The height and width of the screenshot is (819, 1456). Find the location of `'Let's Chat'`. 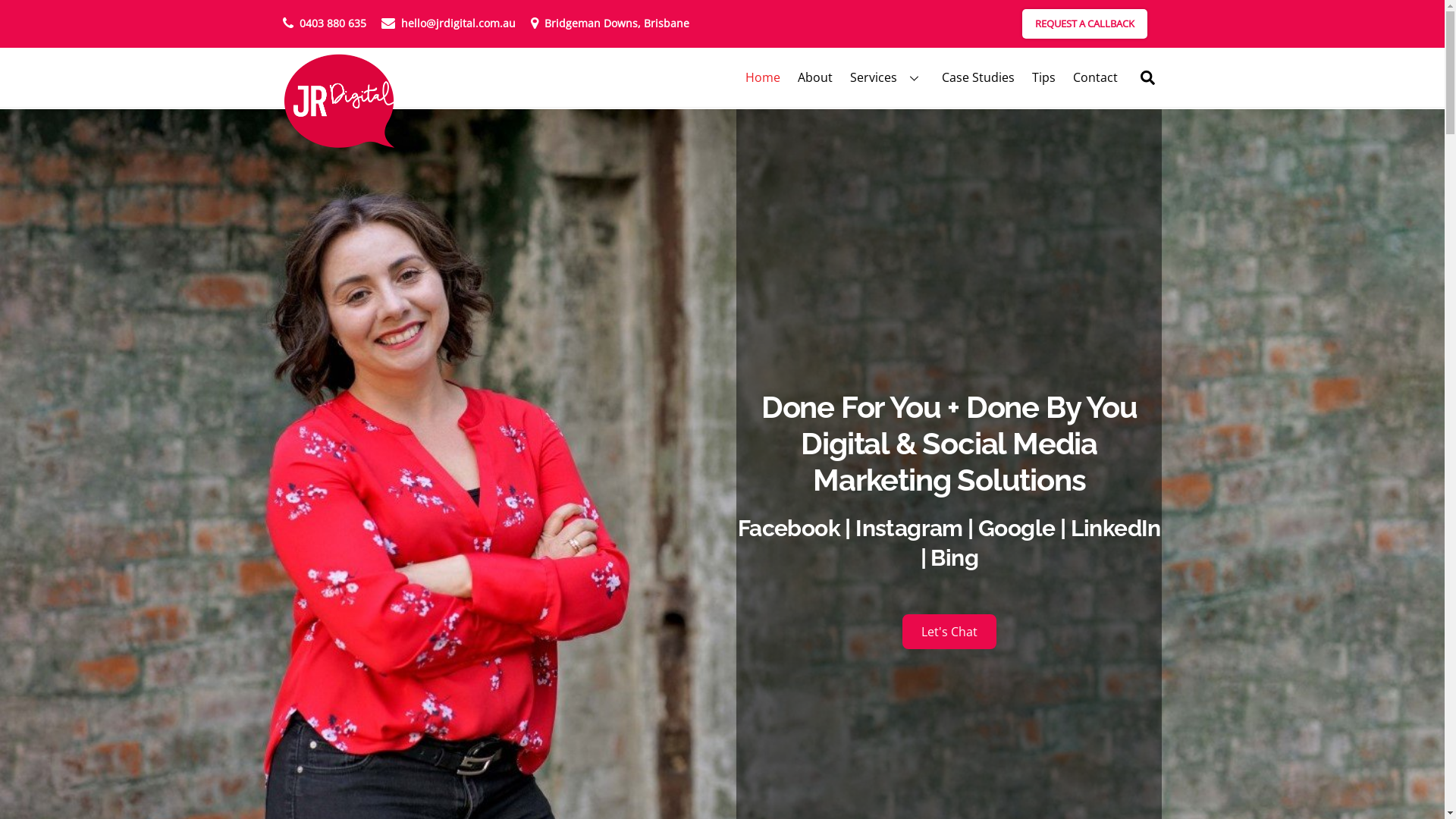

'Let's Chat' is located at coordinates (949, 632).